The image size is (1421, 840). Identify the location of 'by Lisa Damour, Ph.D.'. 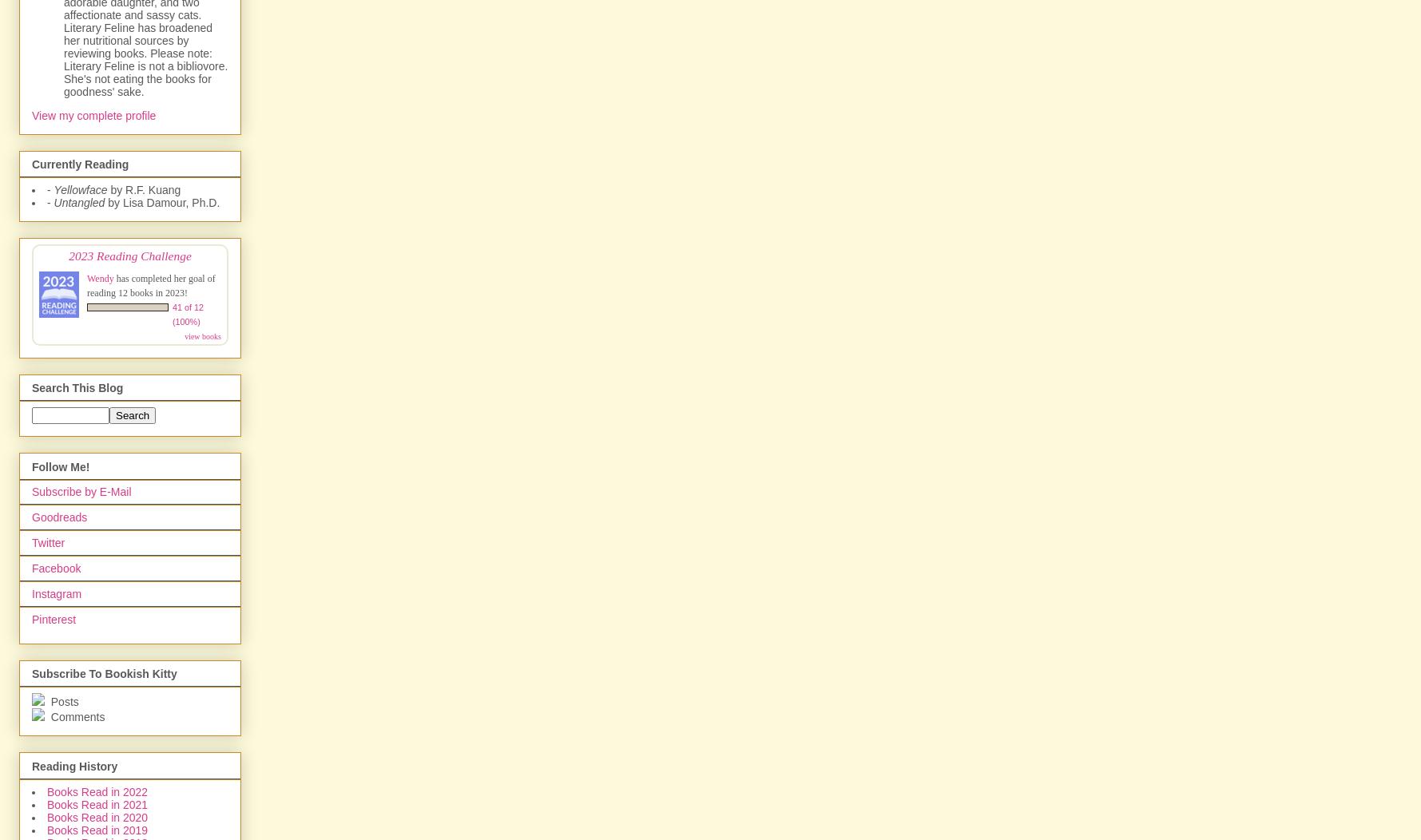
(161, 201).